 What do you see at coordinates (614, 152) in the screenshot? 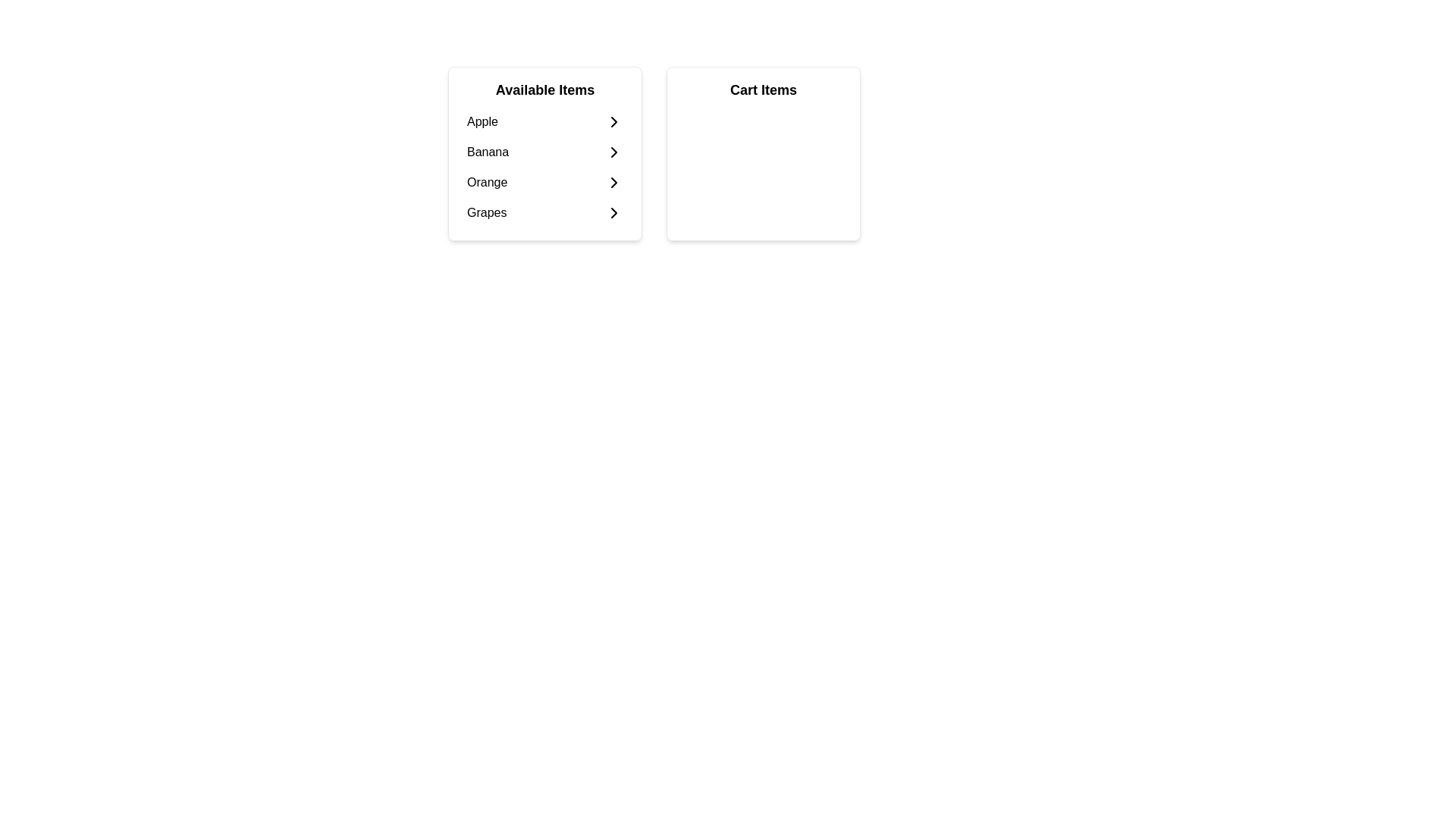
I see `the chevron icon on the right side of the 'Banana' item in the 'Available Items' section` at bounding box center [614, 152].